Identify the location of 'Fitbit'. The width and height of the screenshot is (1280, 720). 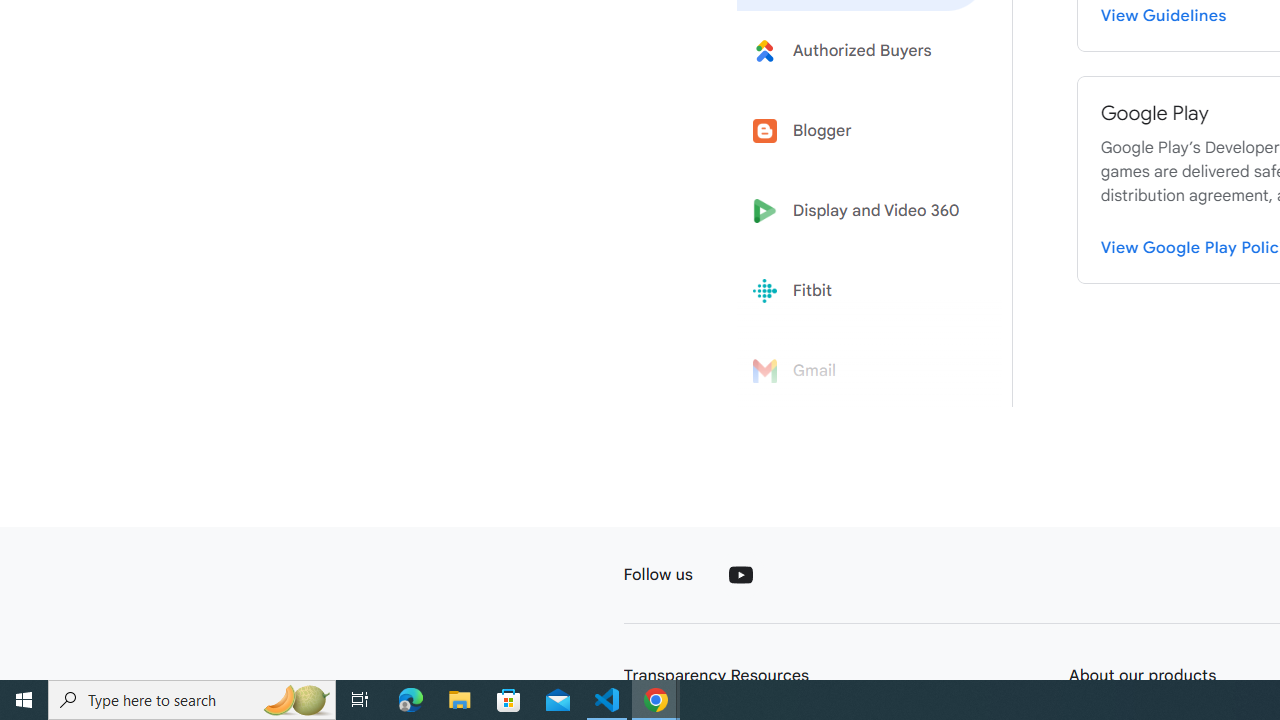
(862, 291).